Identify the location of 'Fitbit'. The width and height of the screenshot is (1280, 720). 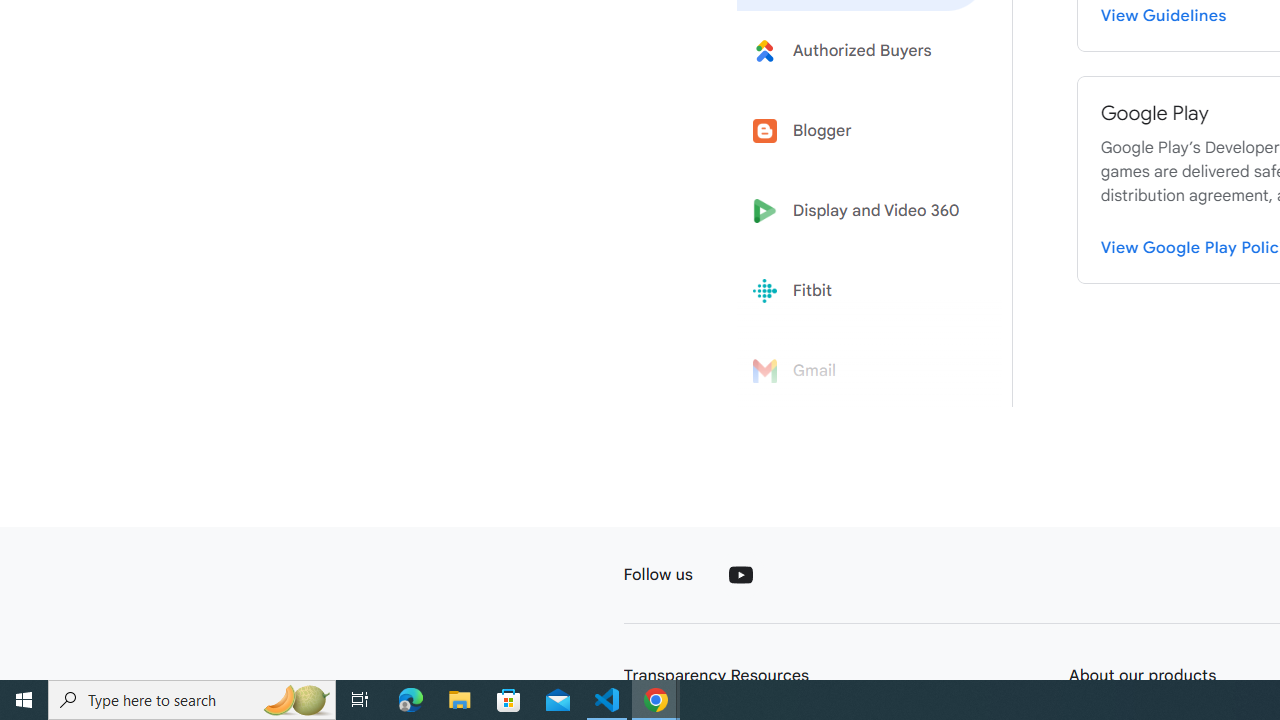
(862, 291).